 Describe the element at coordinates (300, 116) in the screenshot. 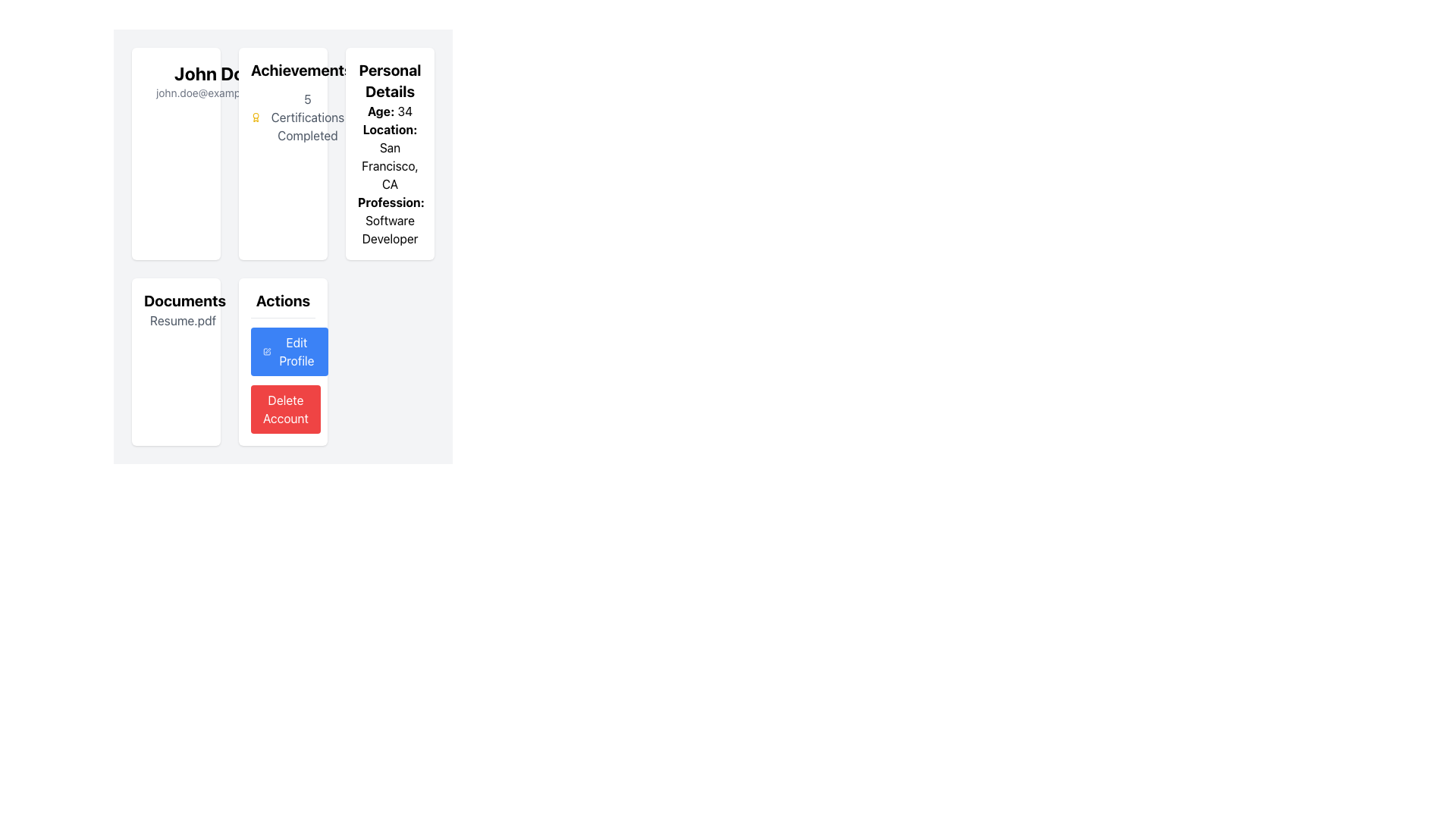

I see `the text label displaying the number of certifications completed by the user in the 'Achievements' section, located below the 'Achievements' heading` at that location.